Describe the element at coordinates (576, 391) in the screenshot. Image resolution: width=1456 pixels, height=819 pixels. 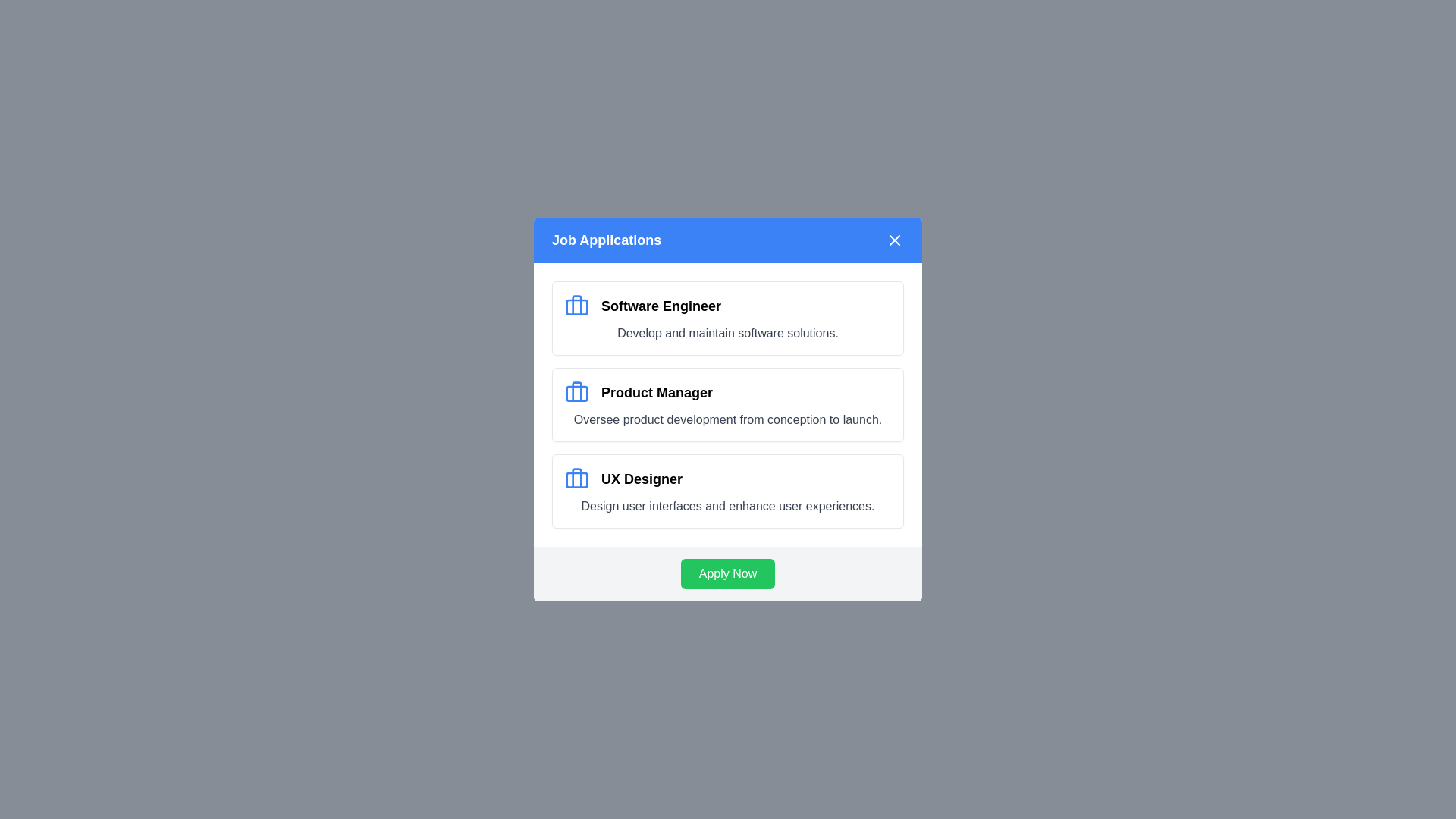
I see `the icon representing the job role 'Product Manager' located in the second job role section of the job application listing interface` at that location.